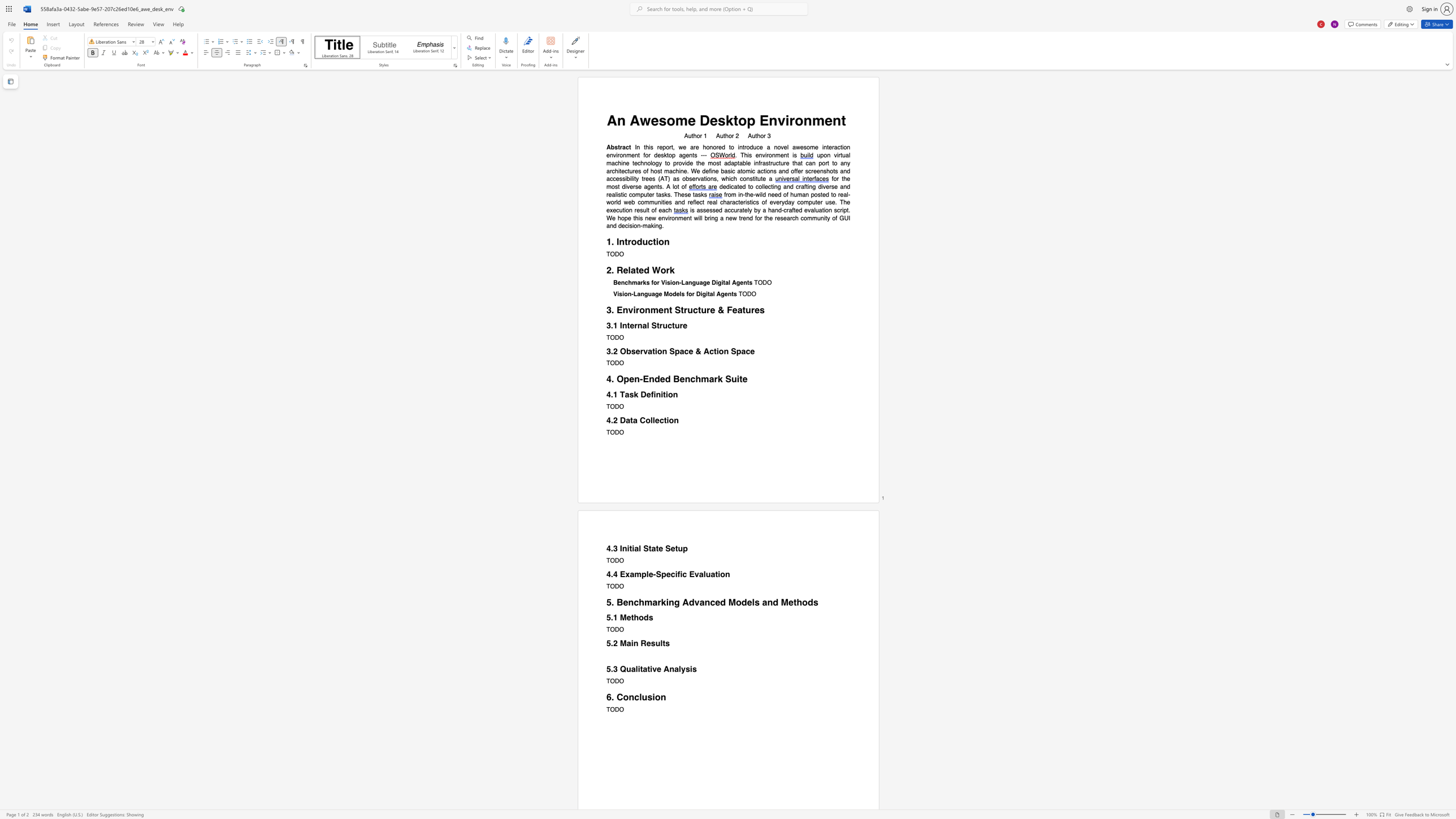 The height and width of the screenshot is (819, 1456). I want to click on the subset text "s -" within the text "In this report, we are honored to introduce a novel awesome interaction environment for desktop agents ---", so click(694, 155).